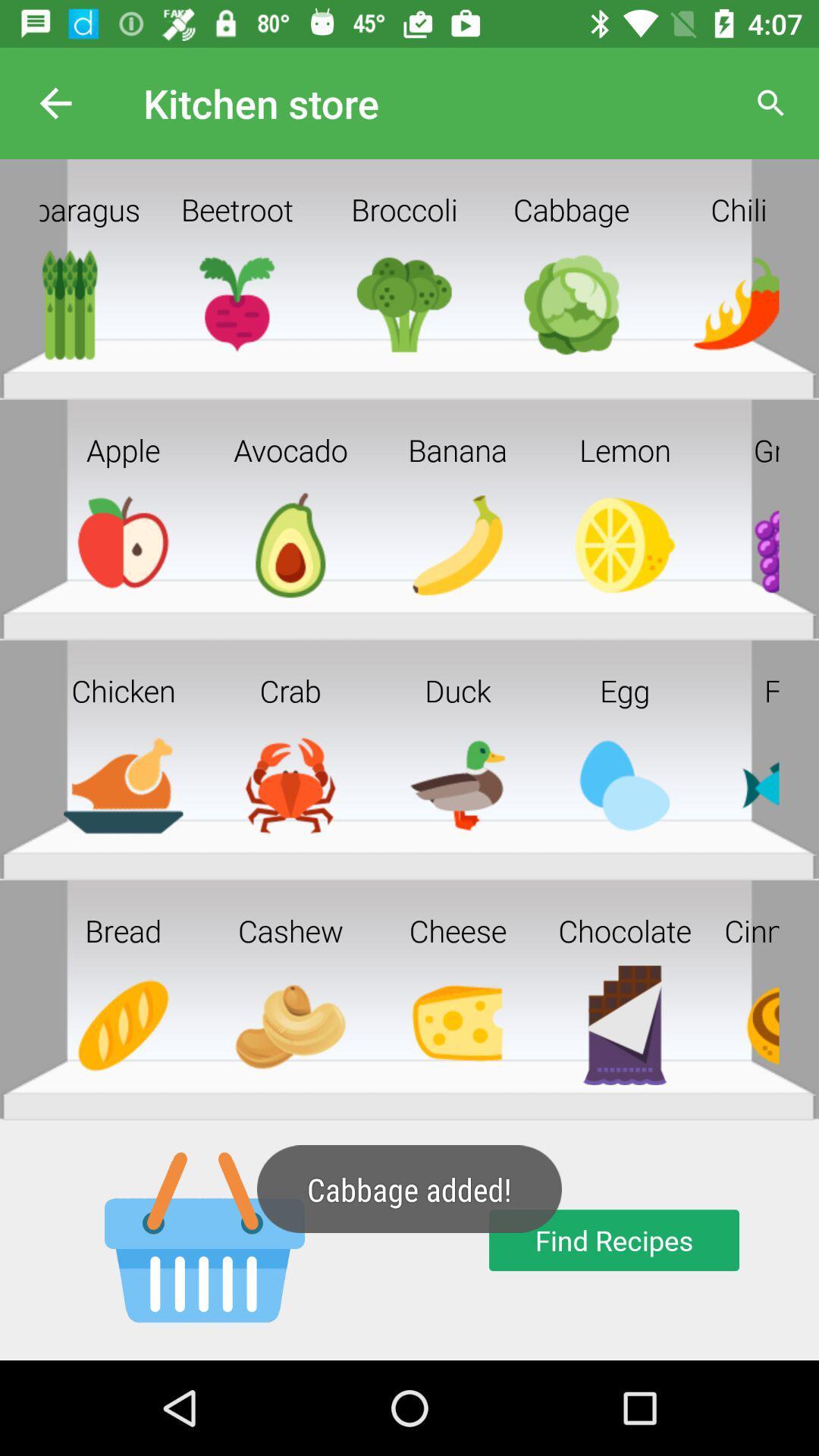  I want to click on the bread image, so click(122, 1035).